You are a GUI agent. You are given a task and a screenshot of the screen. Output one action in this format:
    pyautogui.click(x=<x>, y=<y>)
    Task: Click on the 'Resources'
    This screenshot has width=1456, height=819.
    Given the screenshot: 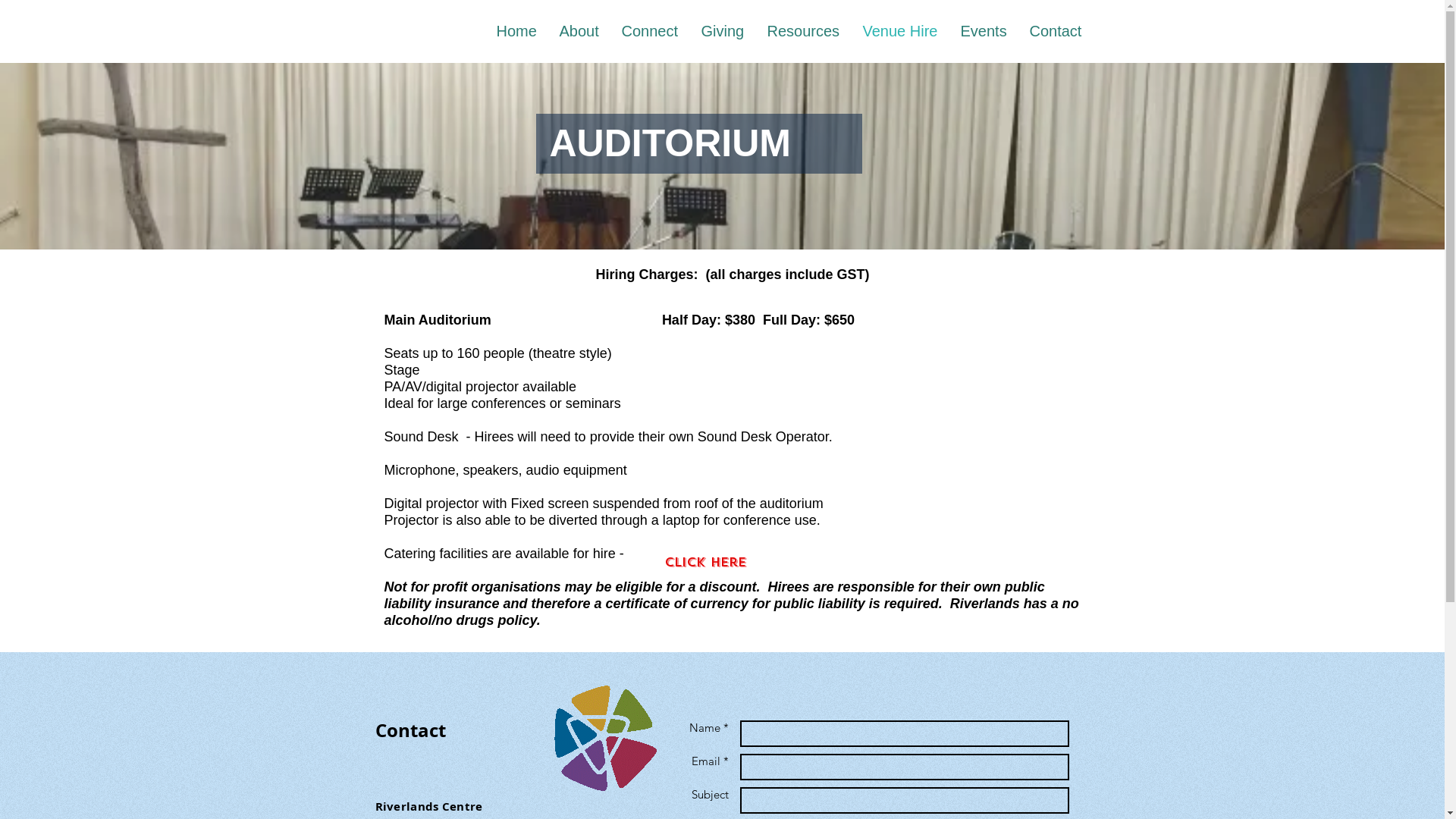 What is the action you would take?
    pyautogui.click(x=802, y=31)
    